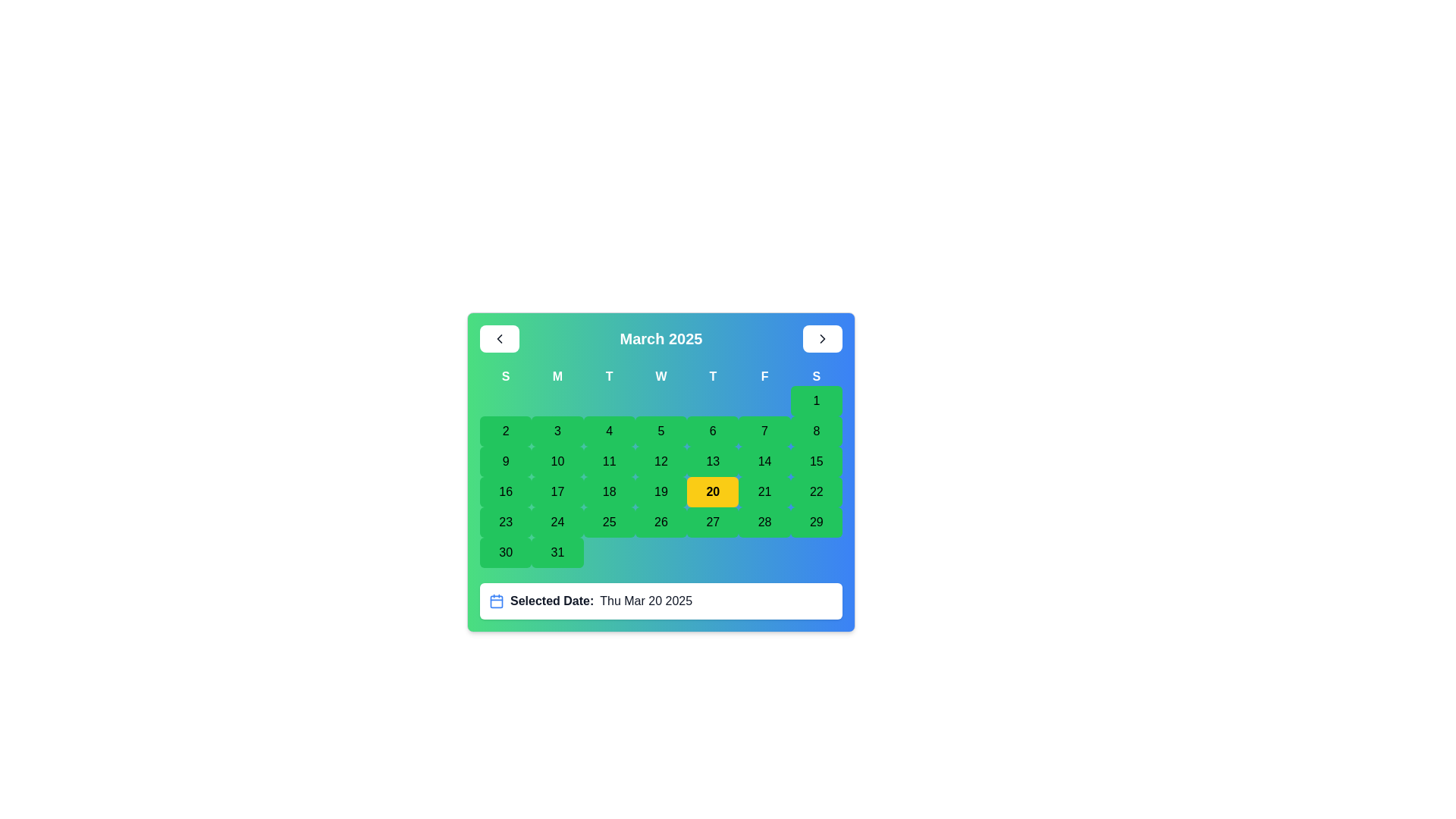 The width and height of the screenshot is (1456, 819). What do you see at coordinates (506, 461) in the screenshot?
I see `the small green button with a bold numeral '9'` at bounding box center [506, 461].